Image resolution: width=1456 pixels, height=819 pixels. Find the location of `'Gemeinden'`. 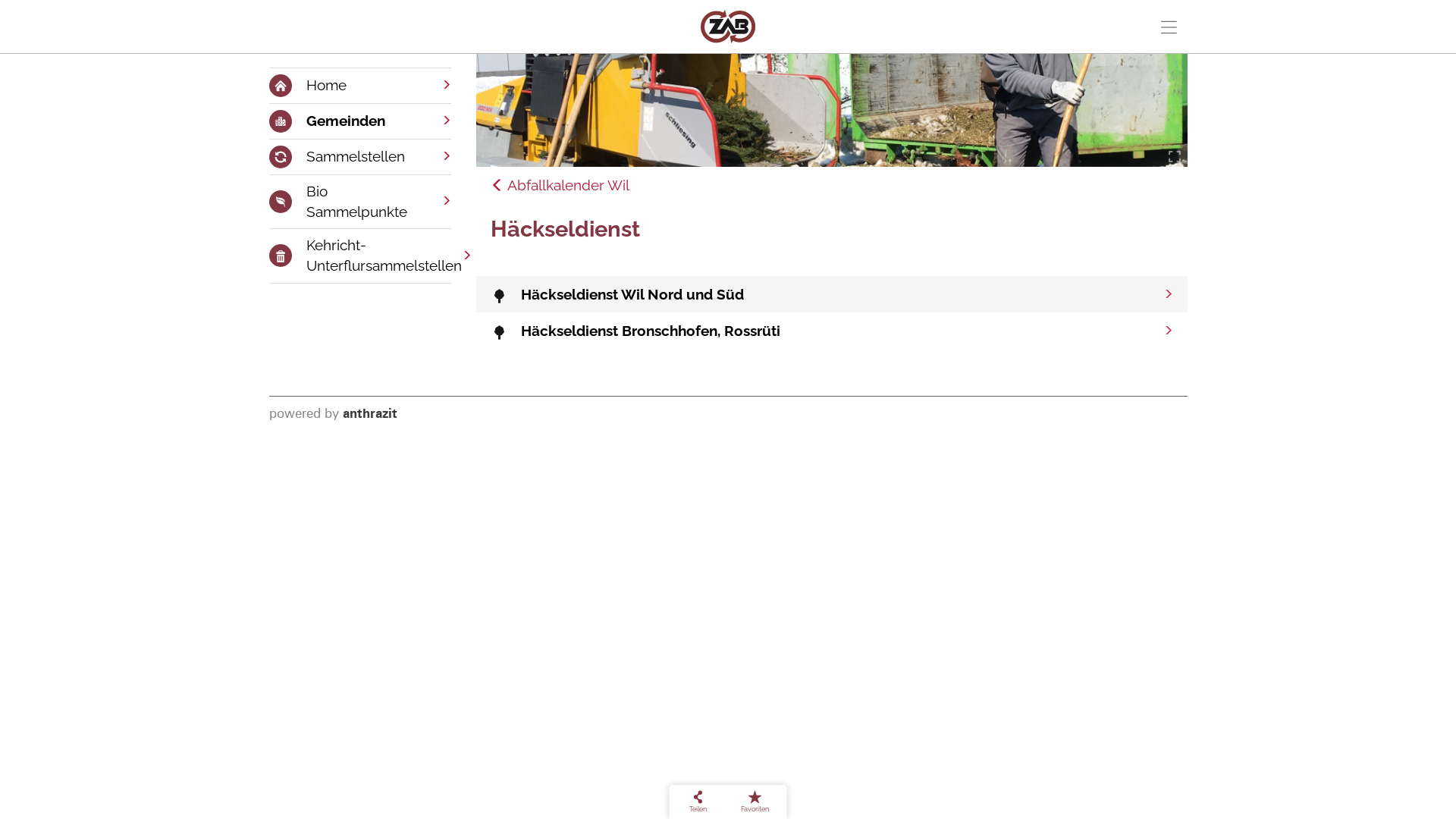

'Gemeinden' is located at coordinates (359, 120).